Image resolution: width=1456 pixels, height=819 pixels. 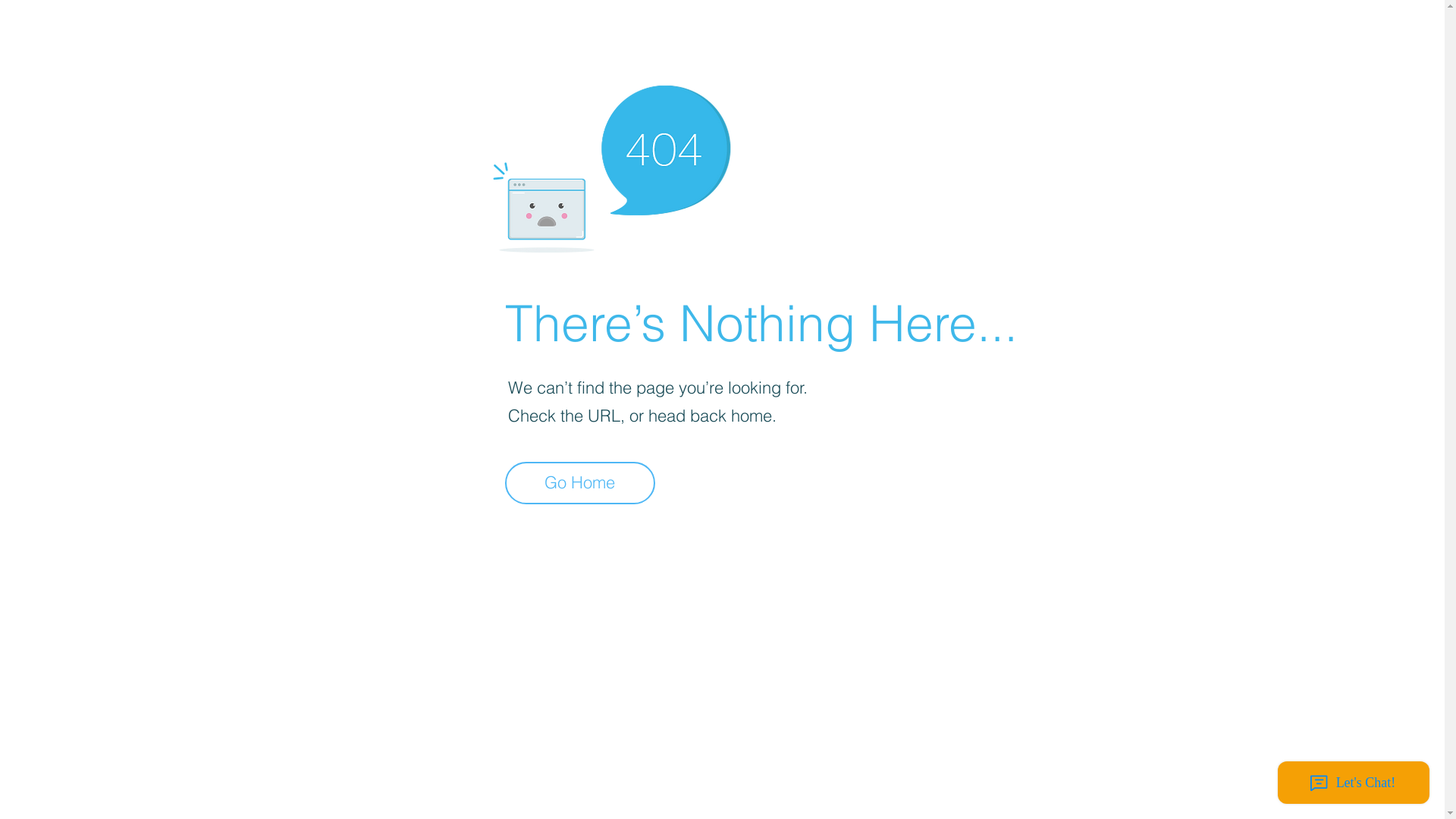 I want to click on '404-icon_2.png', so click(x=610, y=165).